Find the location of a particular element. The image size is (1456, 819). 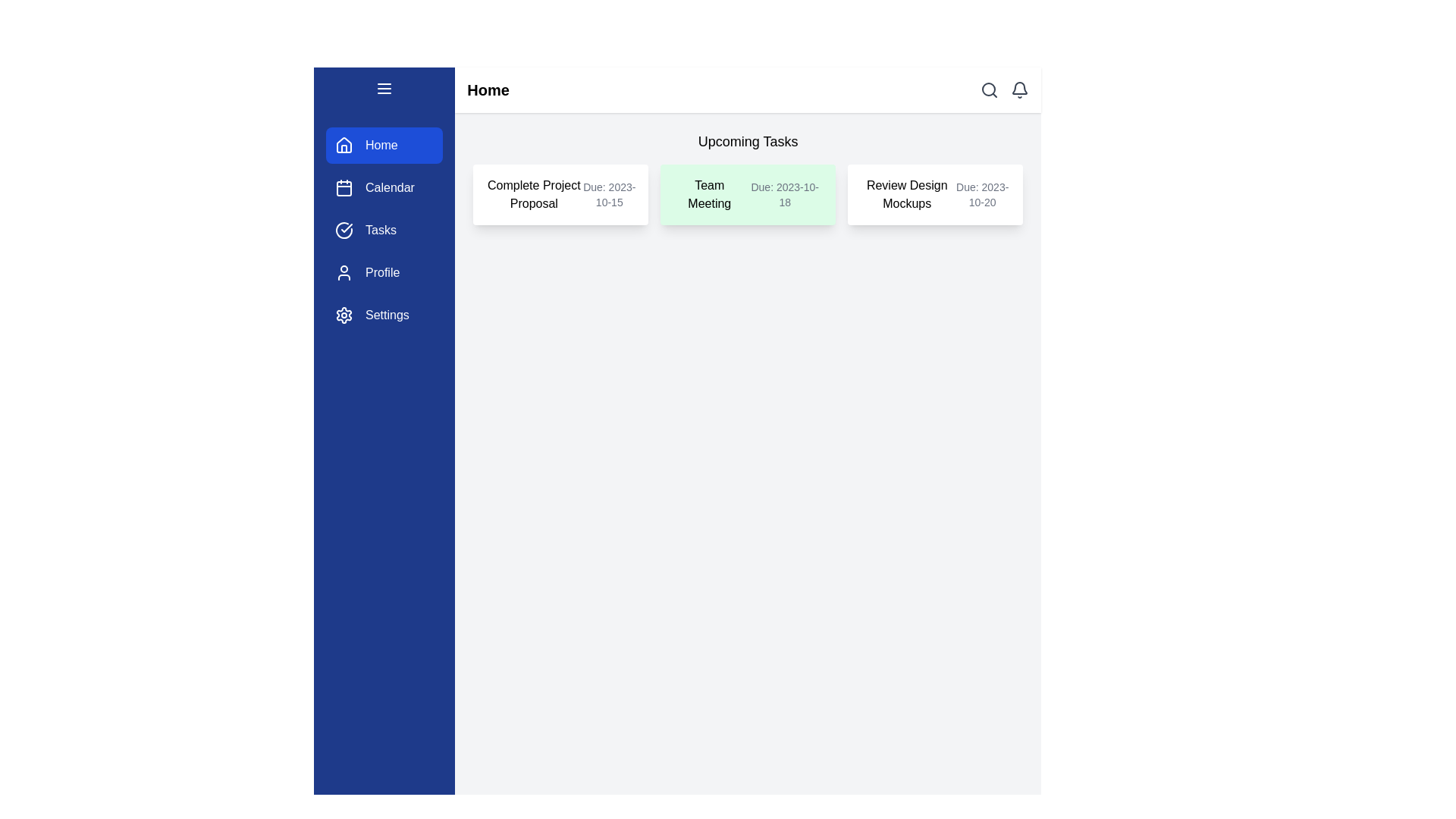

the linked actions or icons on the third card in the task management interface that represents reviewing design mockups, located slightly below the title 'Upcoming Tasks.' is located at coordinates (934, 194).